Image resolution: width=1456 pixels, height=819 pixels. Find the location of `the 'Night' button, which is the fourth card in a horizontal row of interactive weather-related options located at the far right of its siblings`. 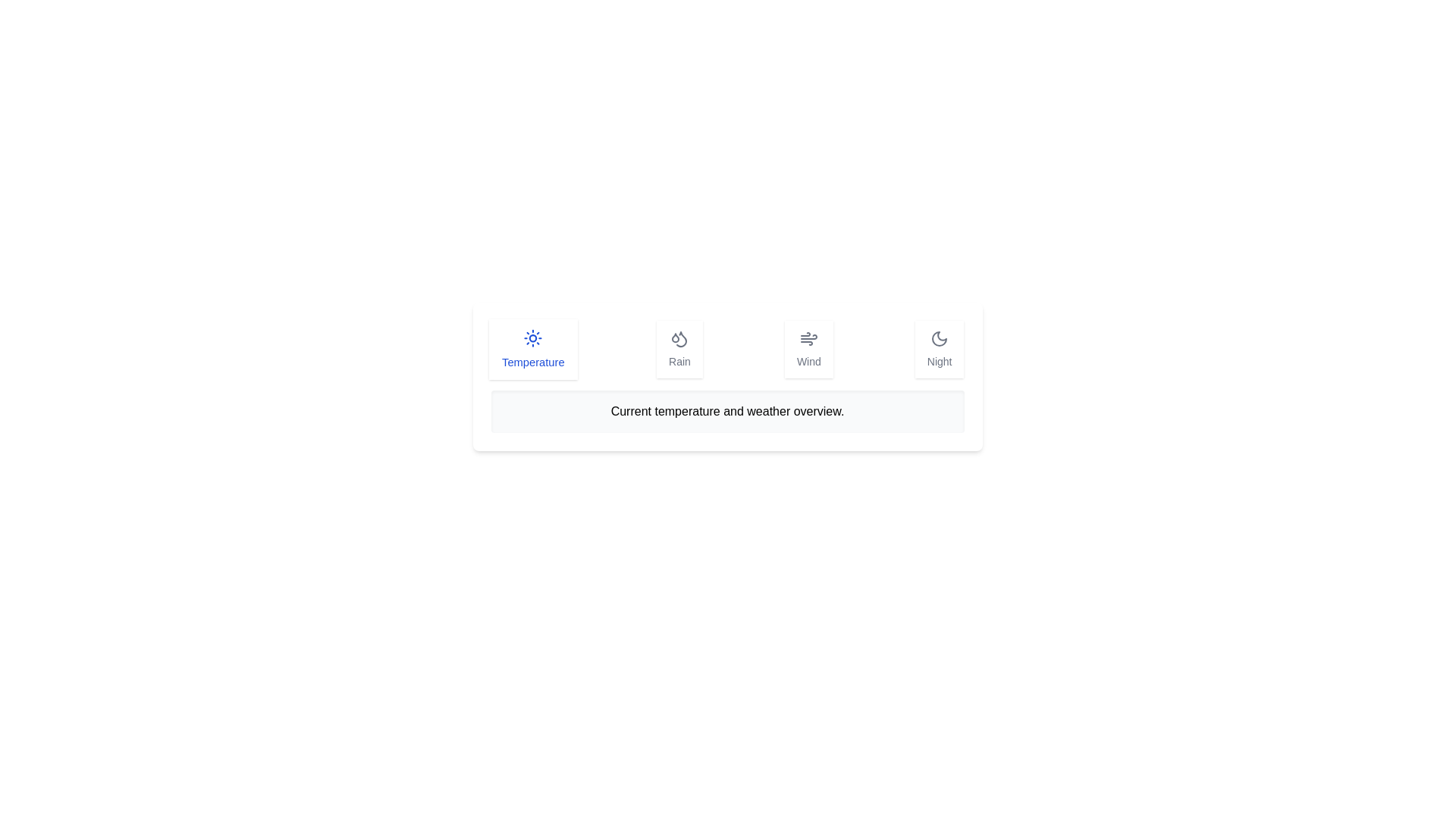

the 'Night' button, which is the fourth card in a horizontal row of interactive weather-related options located at the far right of its siblings is located at coordinates (939, 350).